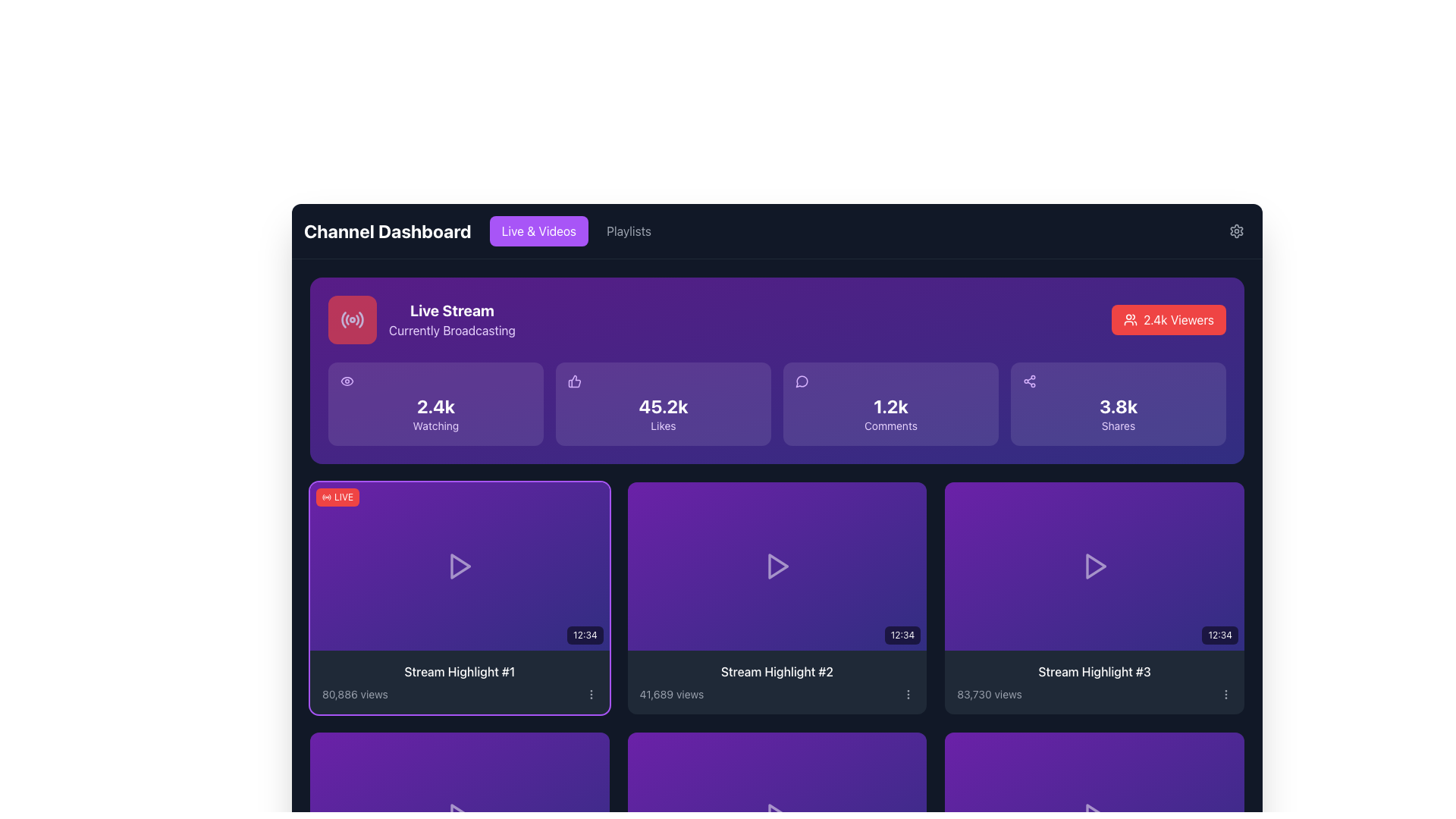  Describe the element at coordinates (990, 694) in the screenshot. I see `text label displaying '83,730 views' in light gray color, located at the bottom center of the 'Stream Highlight #3' box` at that location.